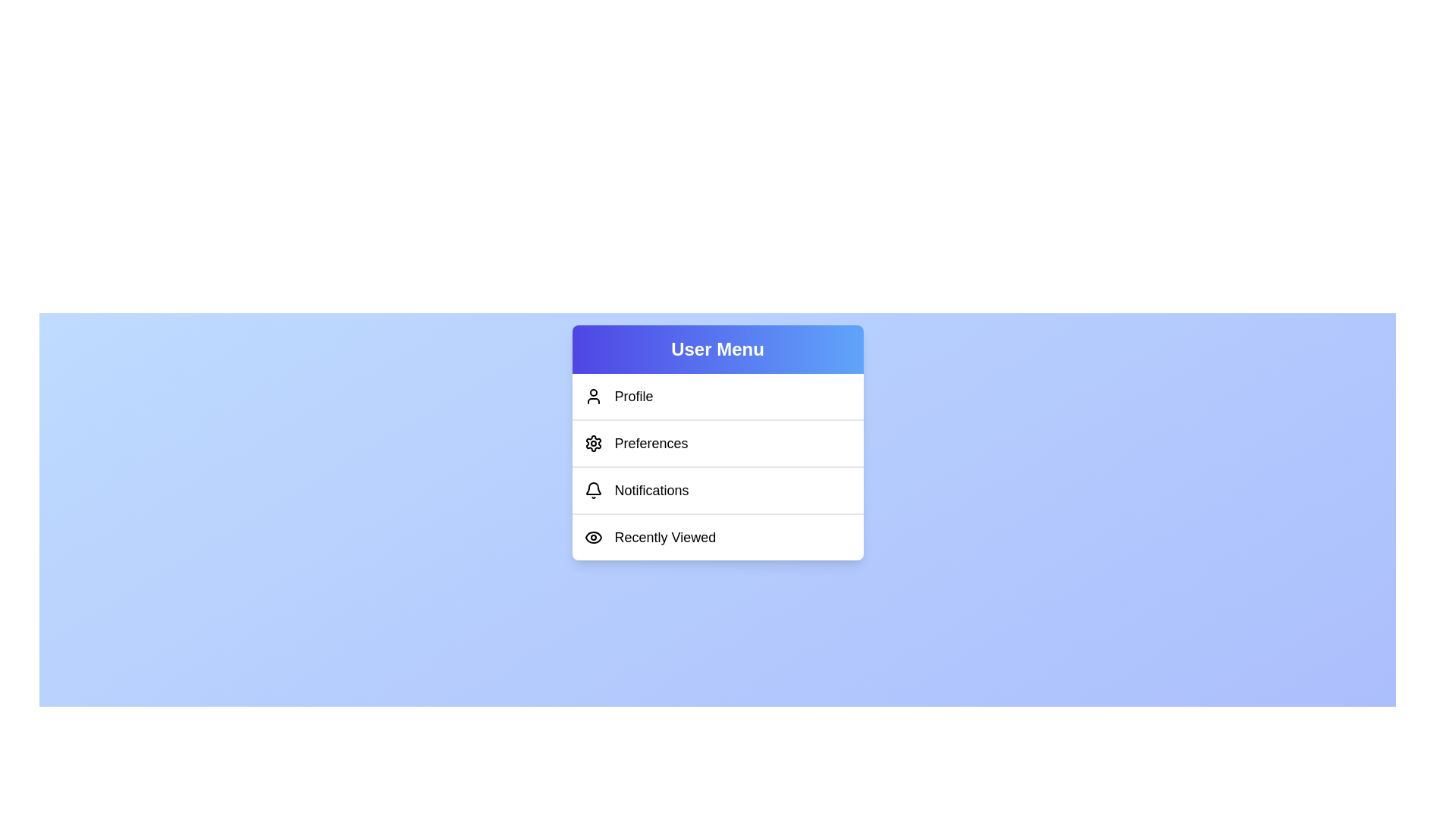 Image resolution: width=1456 pixels, height=819 pixels. Describe the element at coordinates (717, 442) in the screenshot. I see `the menu item labeled Preferences` at that location.